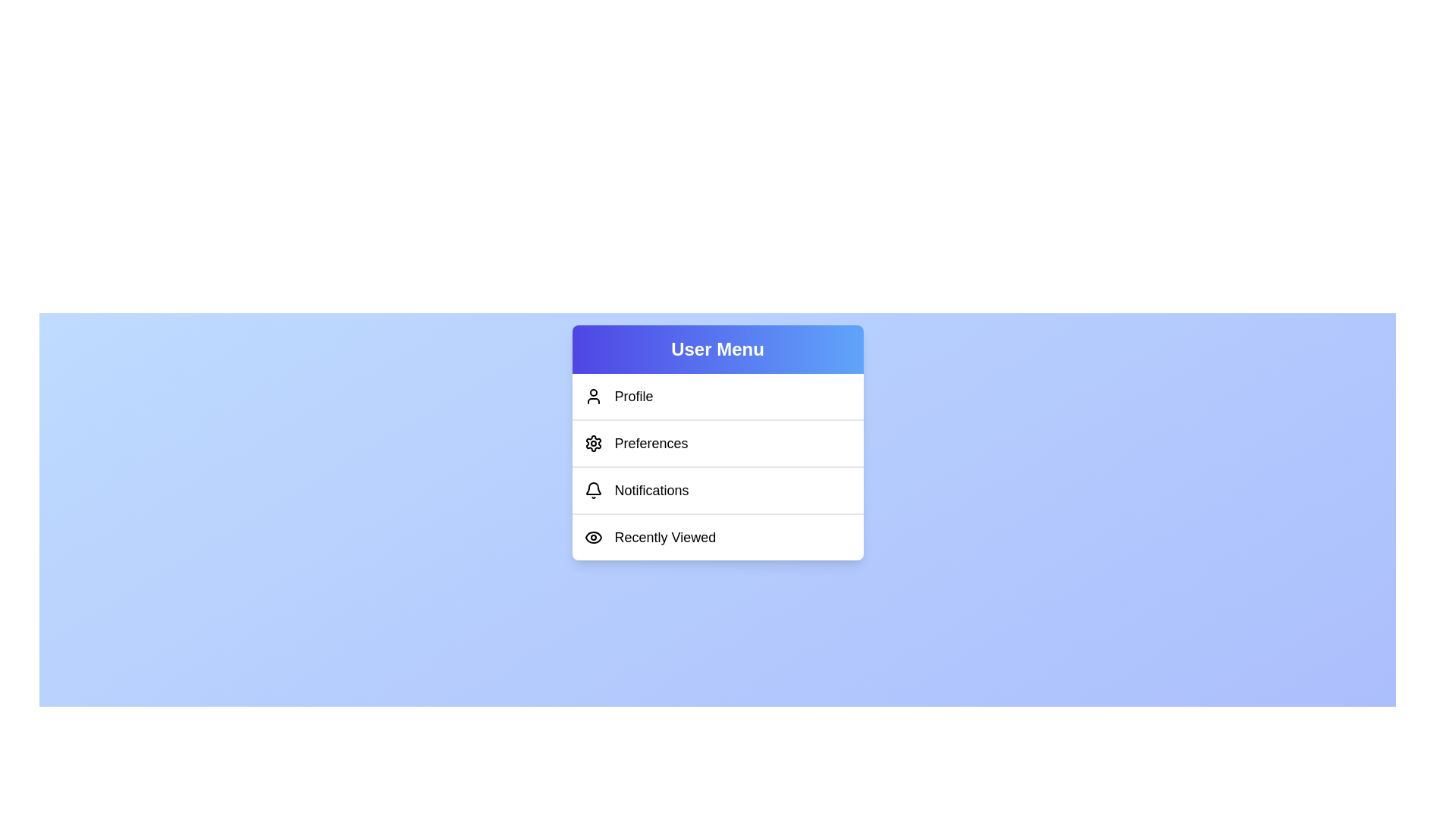 Image resolution: width=1456 pixels, height=819 pixels. Describe the element at coordinates (717, 442) in the screenshot. I see `the menu item labeled Preferences` at that location.